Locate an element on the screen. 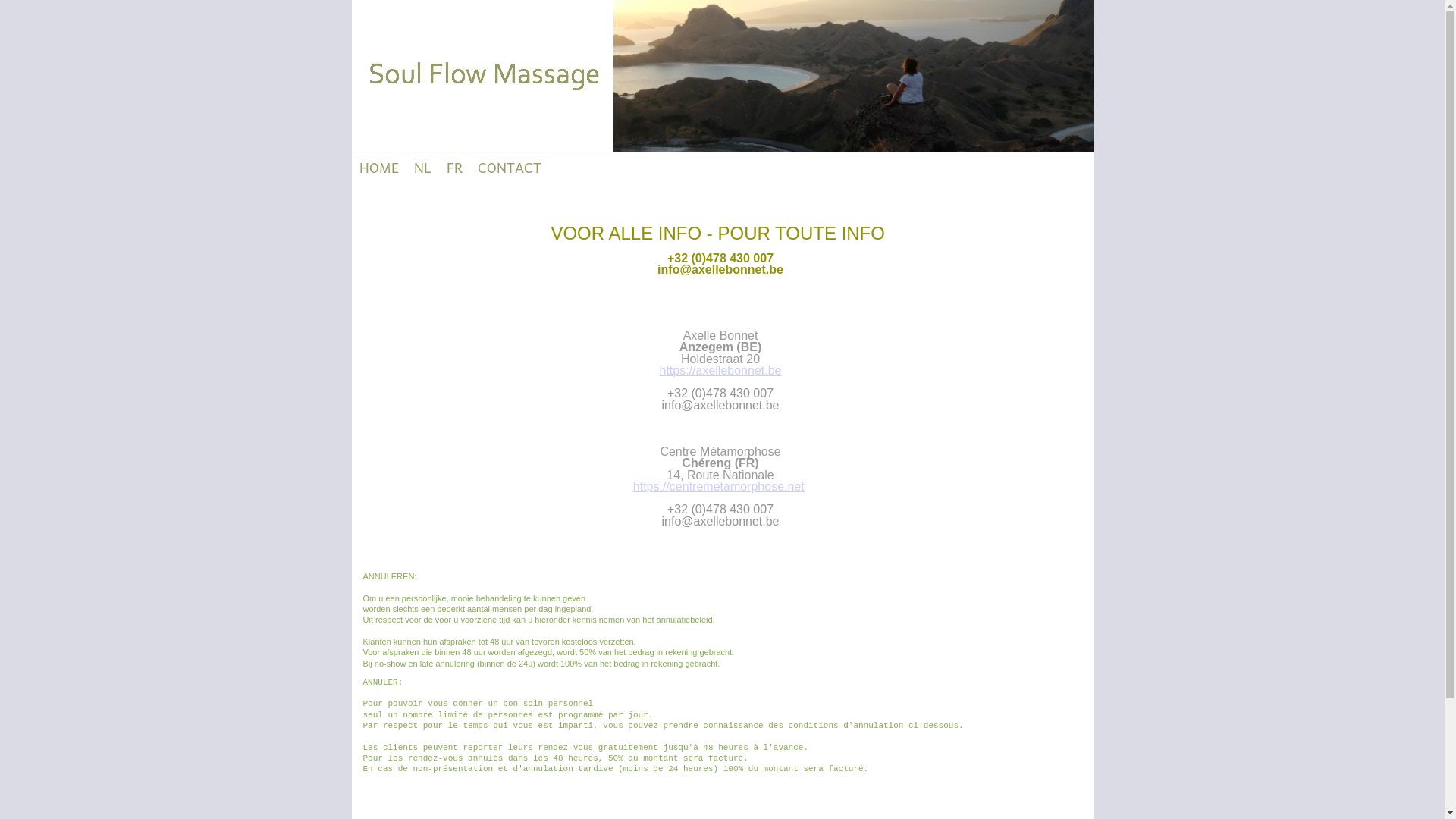 This screenshot has height=819, width=1456. 'HOME' is located at coordinates (351, 167).